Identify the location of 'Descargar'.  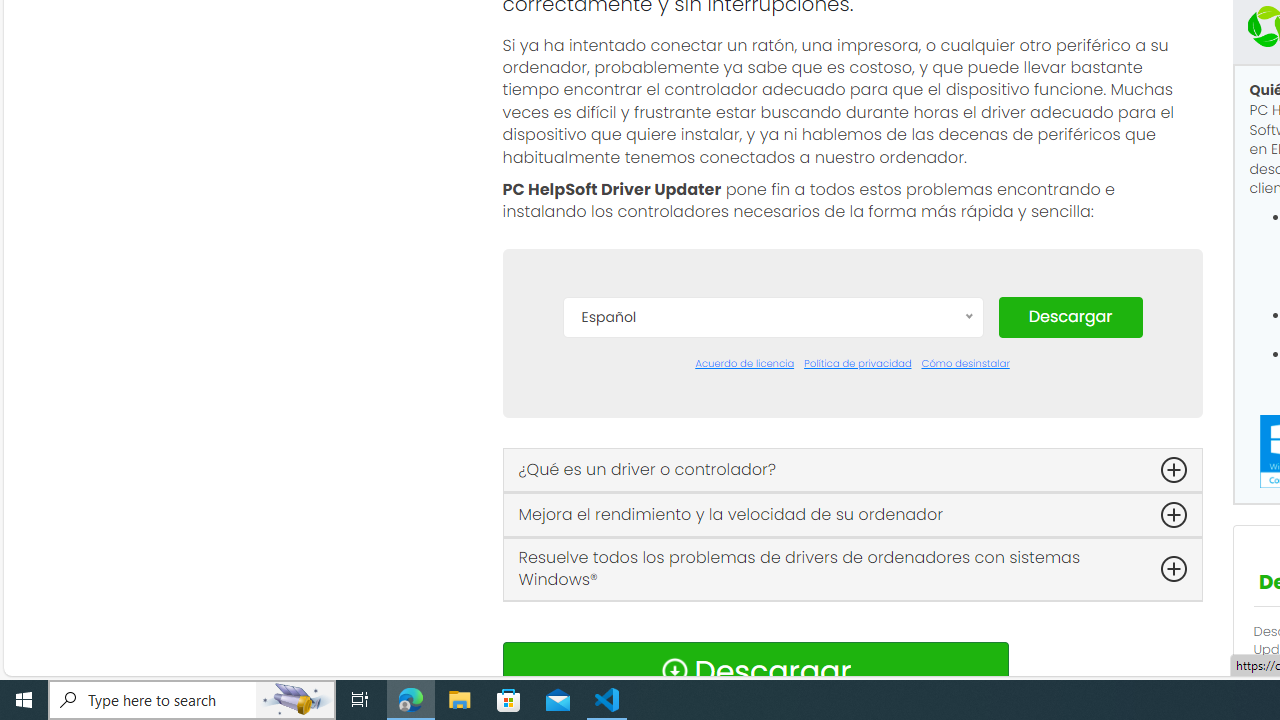
(1069, 315).